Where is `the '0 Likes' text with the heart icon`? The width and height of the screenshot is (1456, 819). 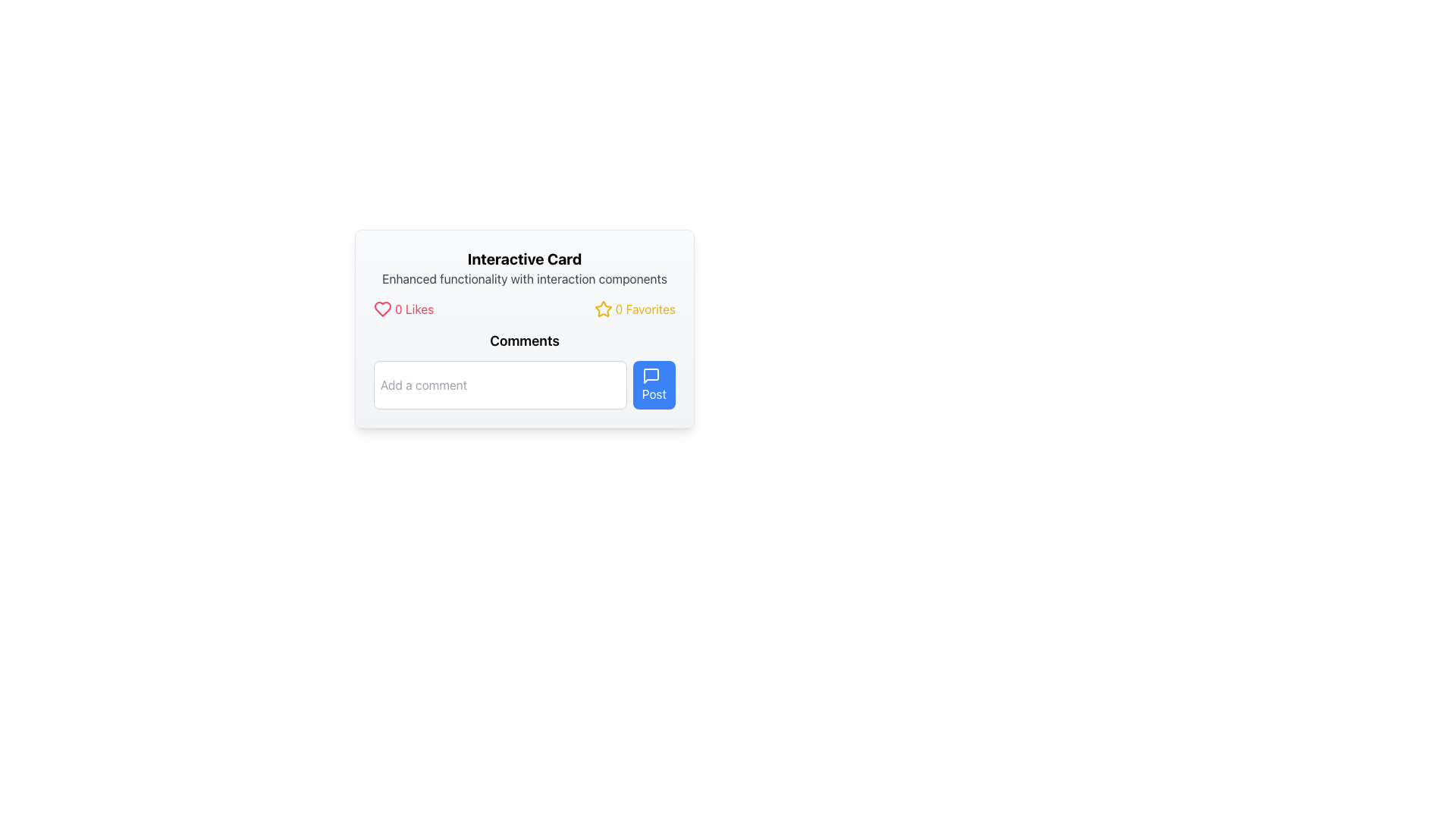
the '0 Likes' text with the heart icon is located at coordinates (403, 309).